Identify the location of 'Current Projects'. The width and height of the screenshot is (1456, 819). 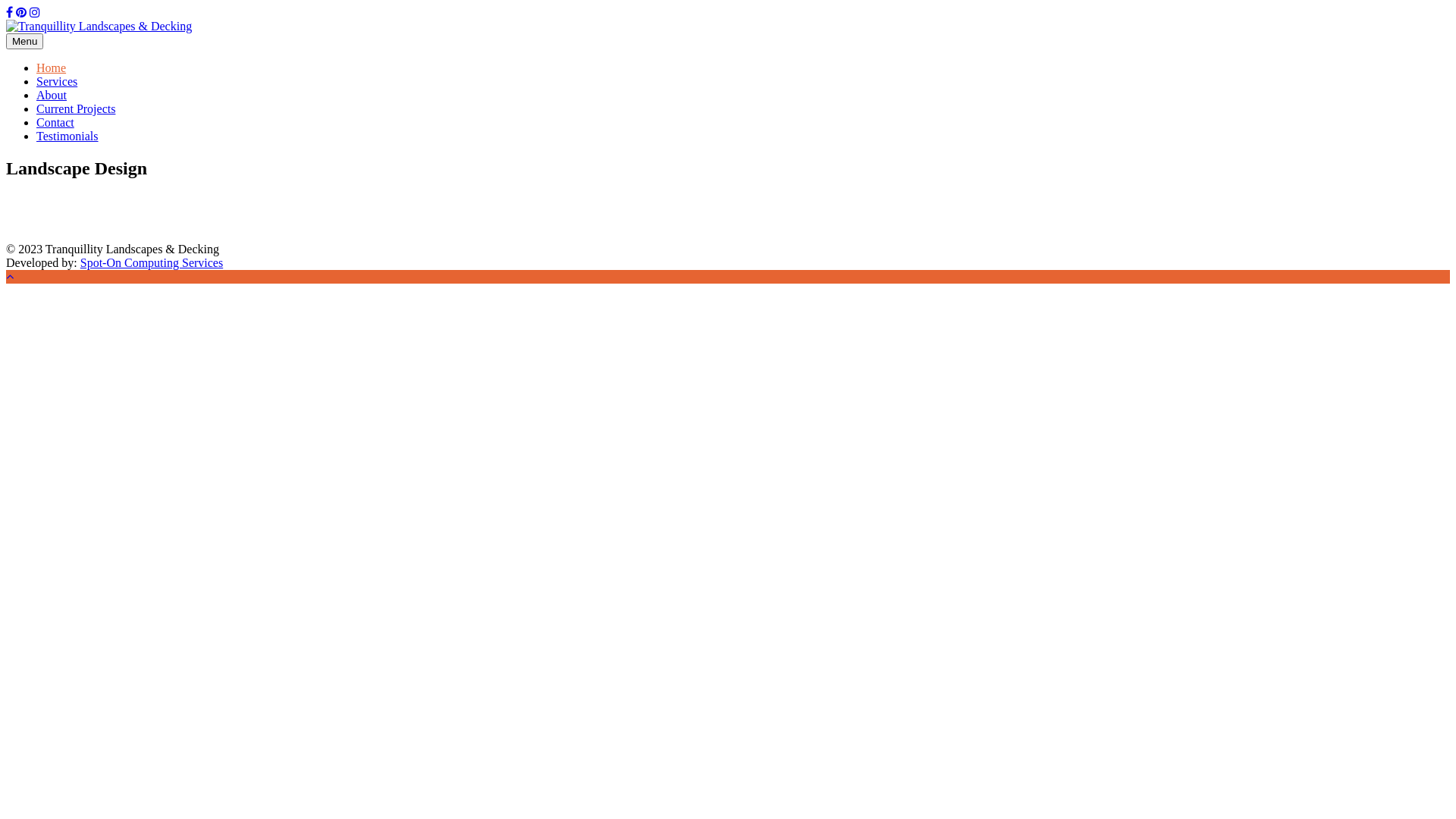
(36, 108).